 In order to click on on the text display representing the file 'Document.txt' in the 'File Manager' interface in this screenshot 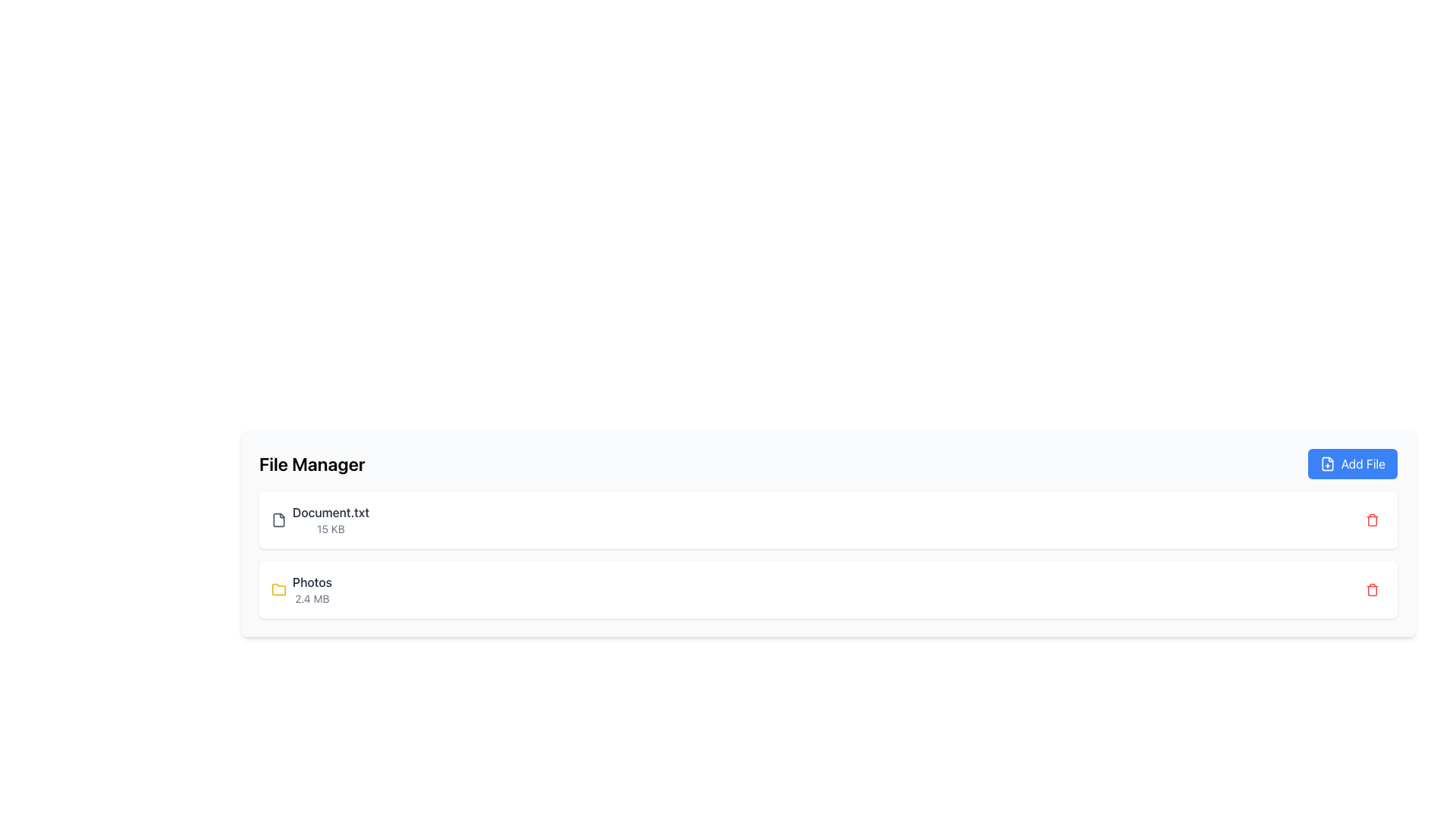, I will do `click(330, 519)`.